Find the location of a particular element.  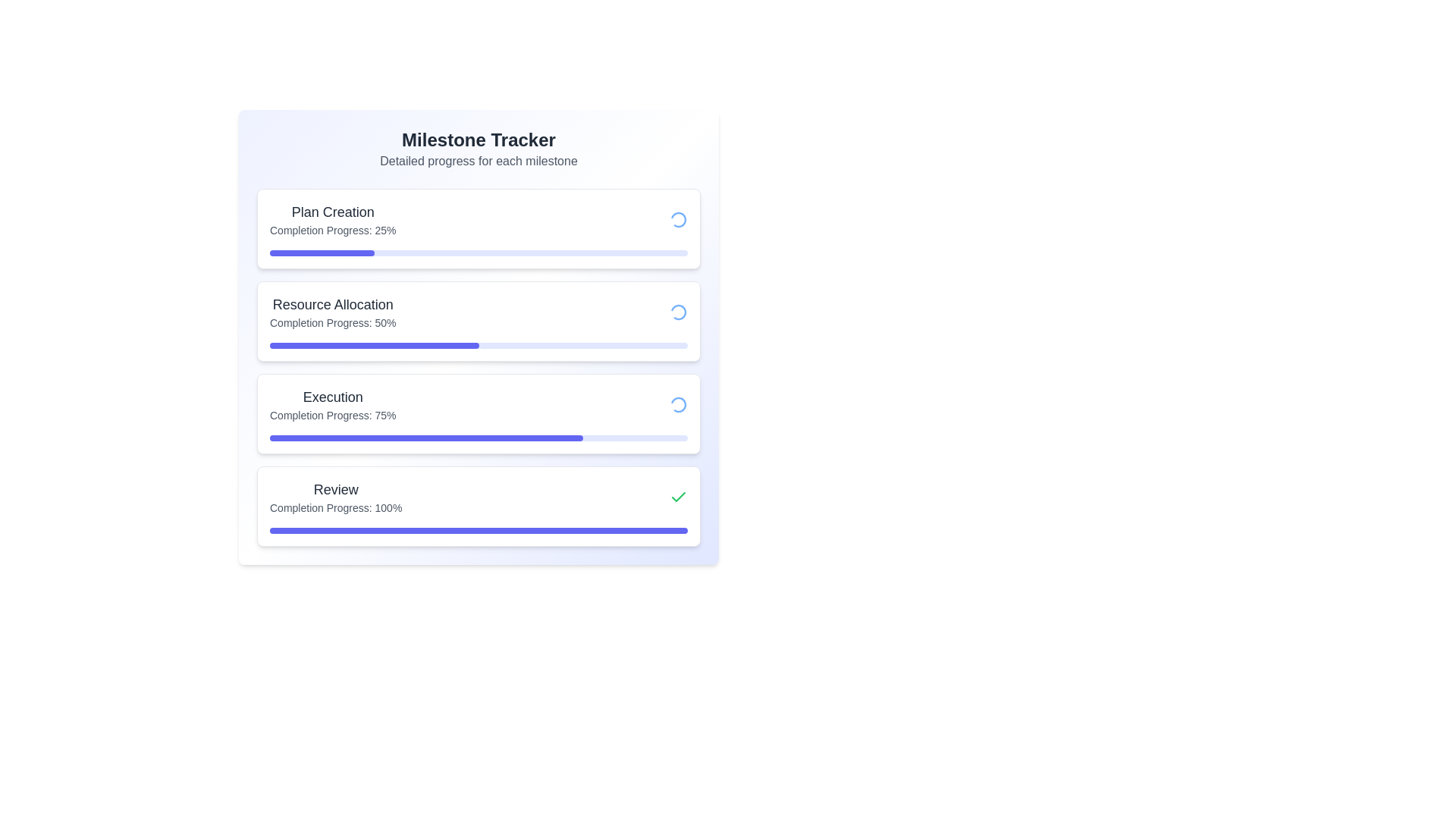

the spinning animation of the Loader Icon located in the Resource Allocation section of the milestone tracker interface, which indicates an ongoing operation is located at coordinates (677, 312).